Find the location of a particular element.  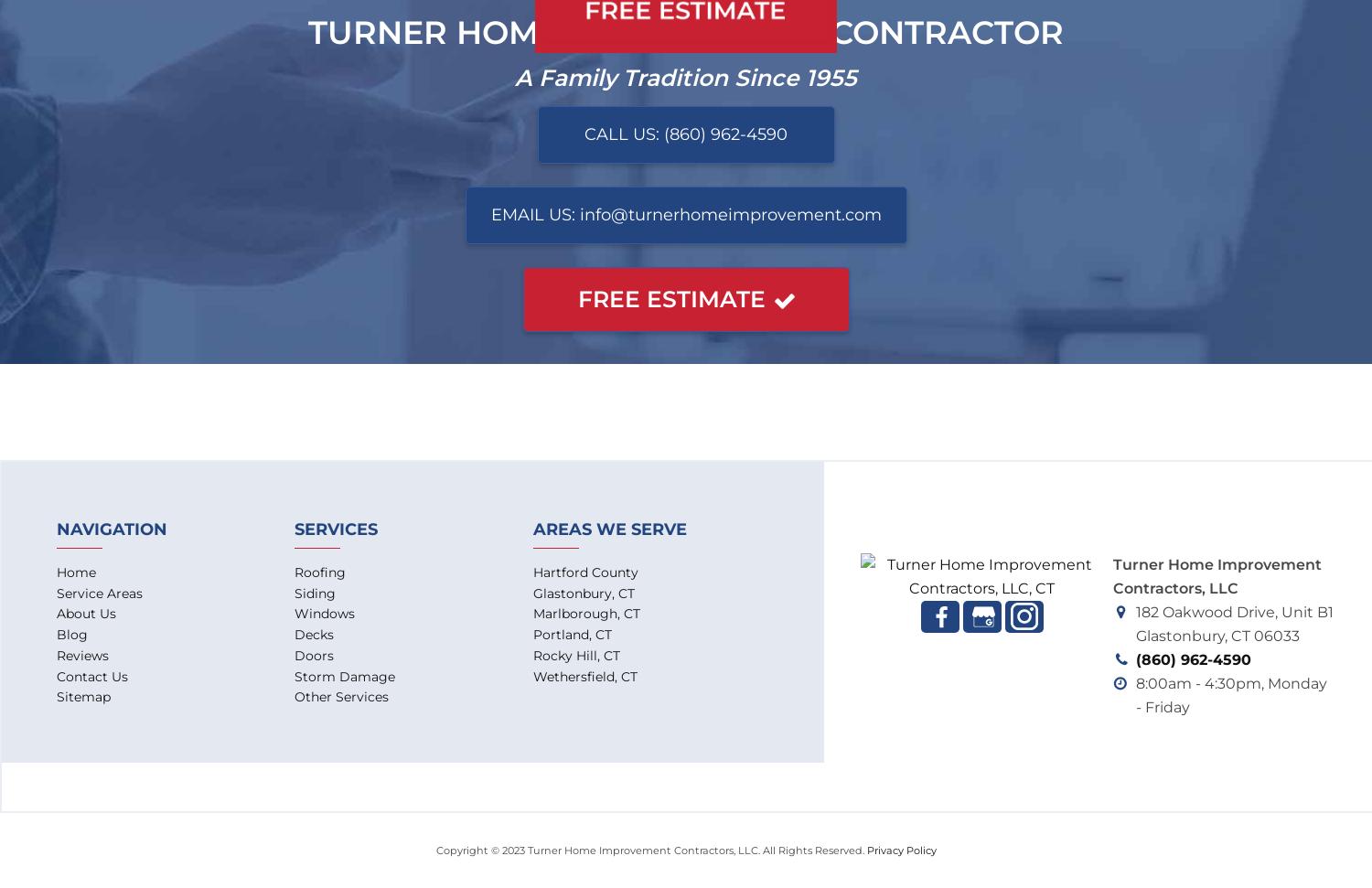

'Siding' is located at coordinates (314, 593).